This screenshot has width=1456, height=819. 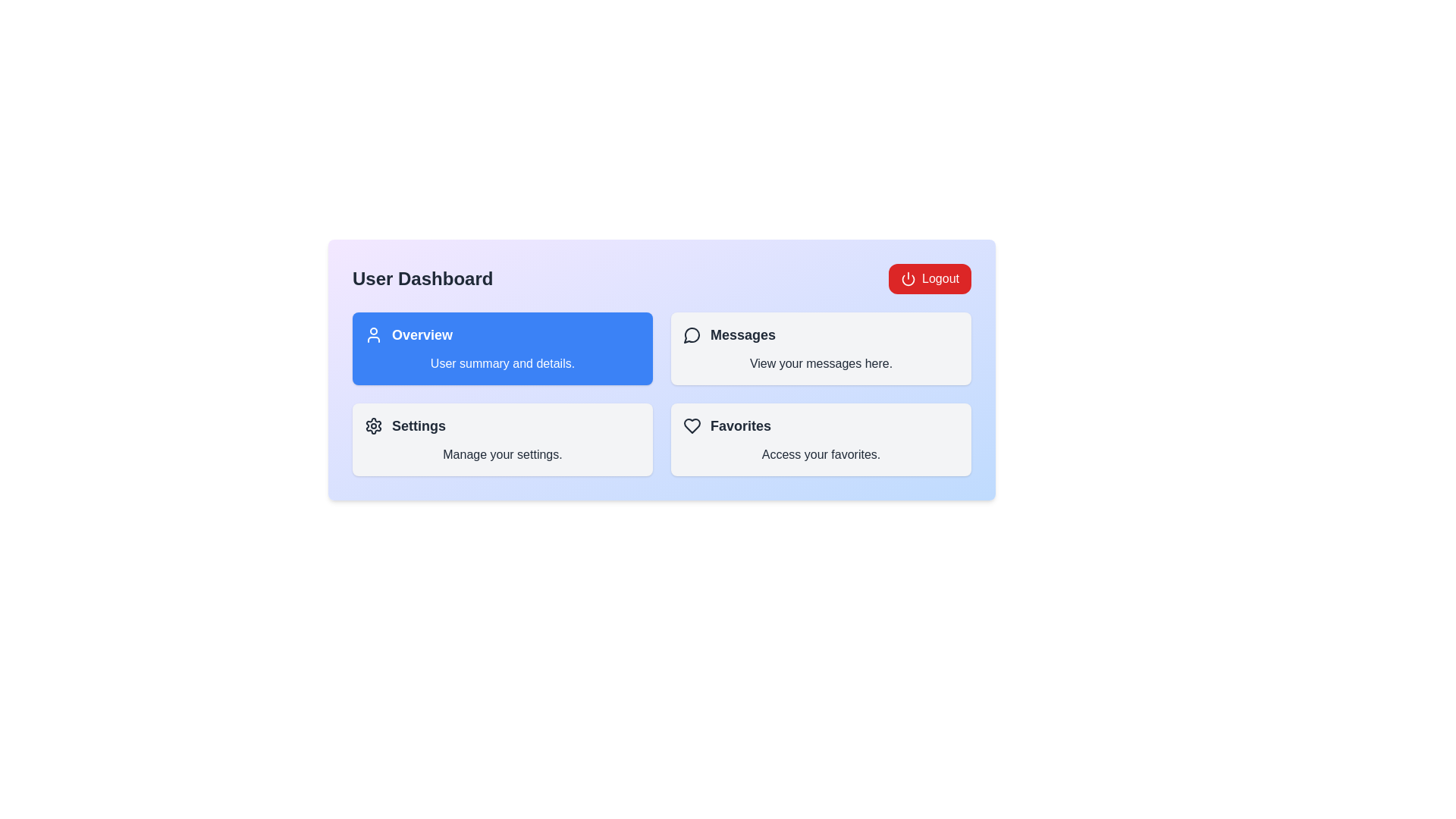 I want to click on the 'Settings' icon located to the left of the text 'Settings' in the user dashboard, so click(x=374, y=426).